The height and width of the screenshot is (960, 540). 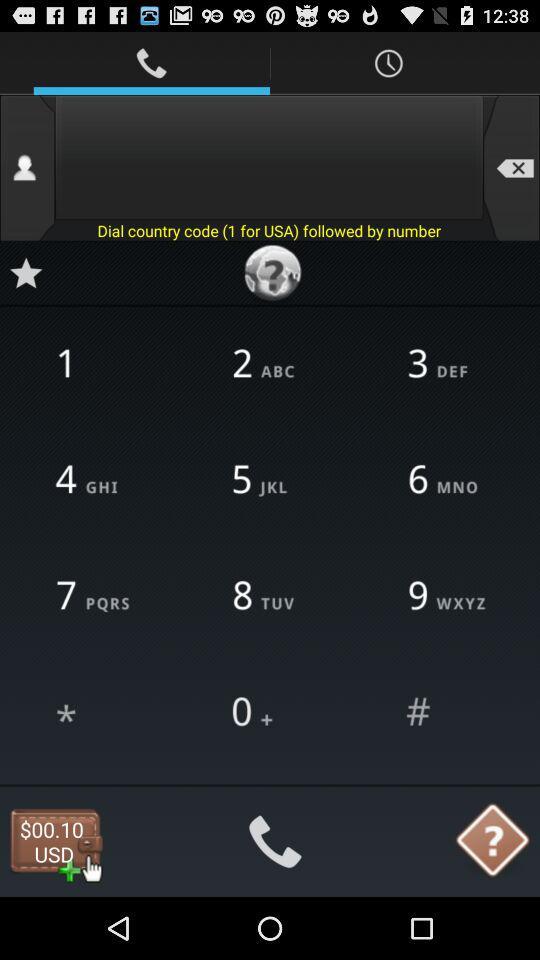 I want to click on the minus icon, so click(x=511, y=178).